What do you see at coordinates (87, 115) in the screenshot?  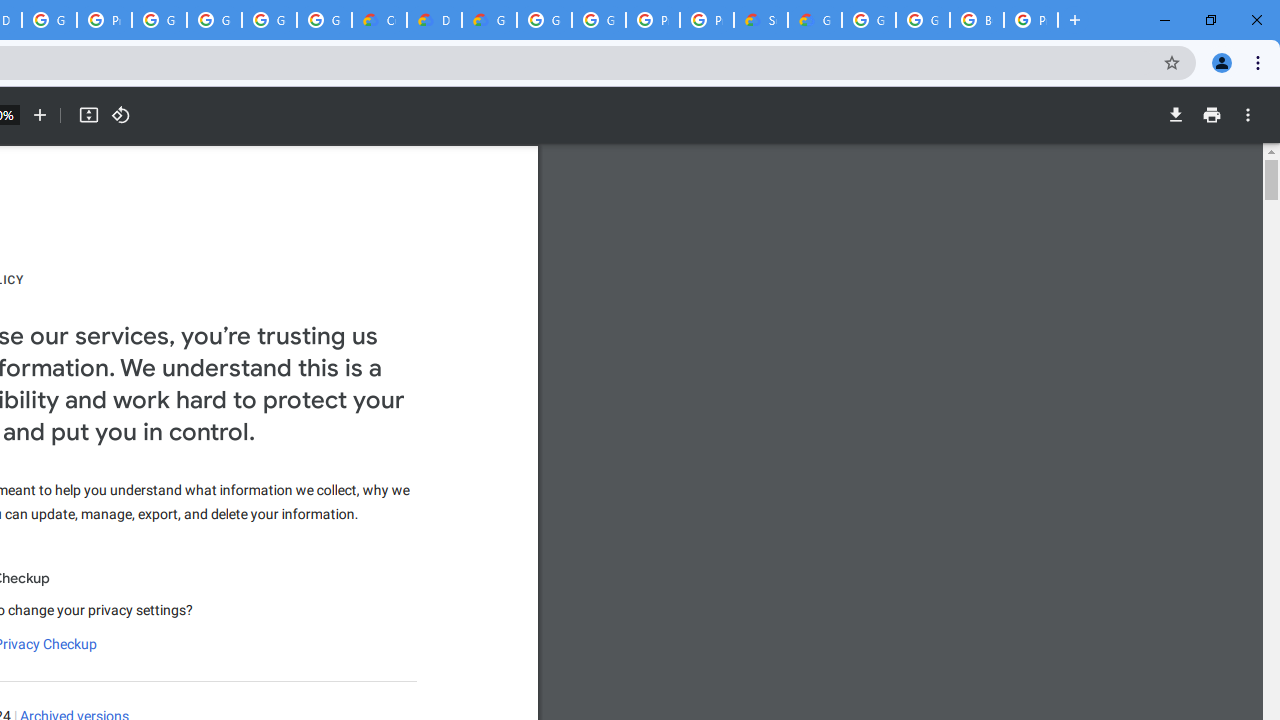 I see `'Fit to page'` at bounding box center [87, 115].